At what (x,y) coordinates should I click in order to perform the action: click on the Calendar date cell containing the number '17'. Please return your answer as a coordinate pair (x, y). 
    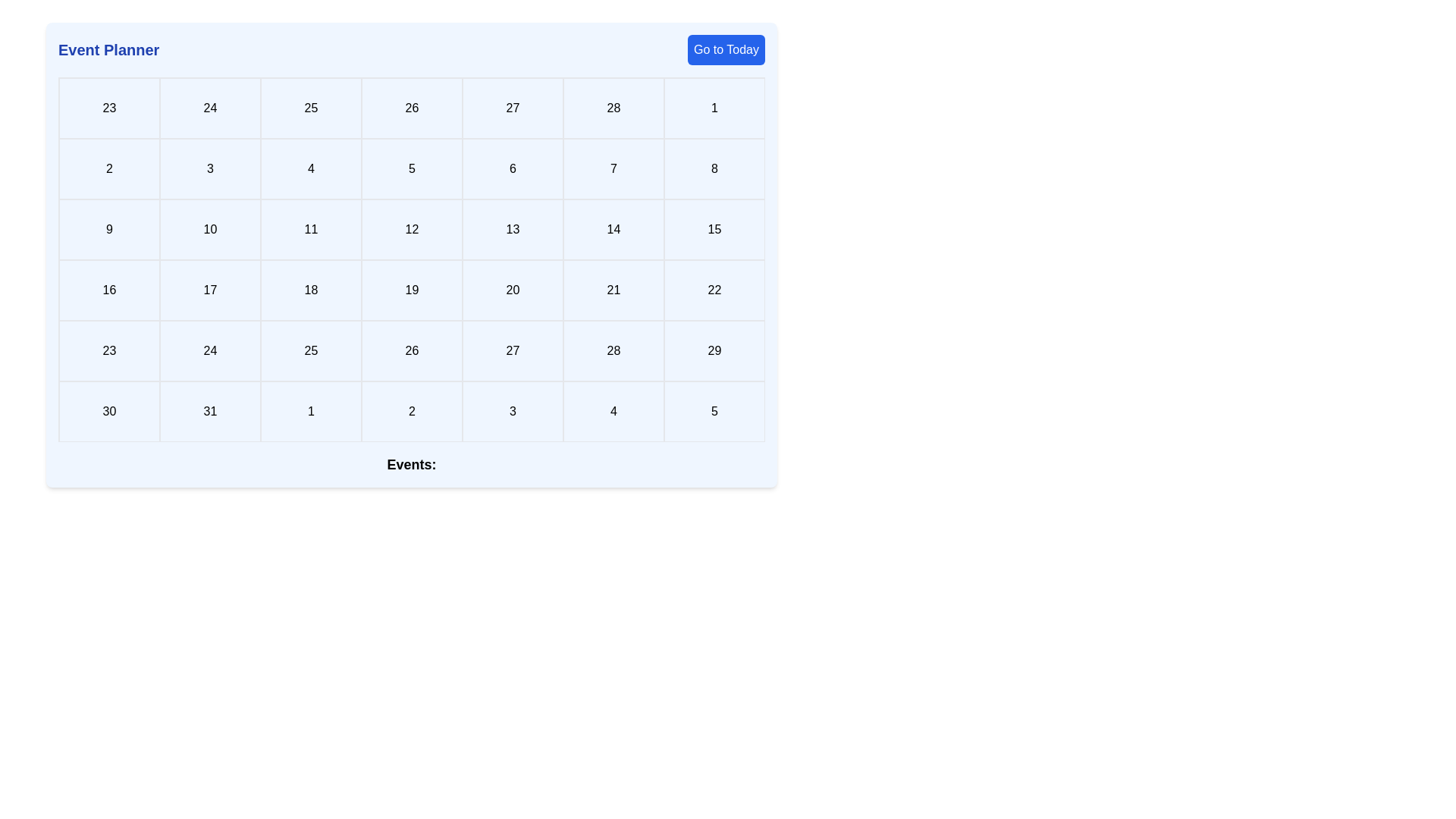
    Looking at the image, I should click on (209, 290).